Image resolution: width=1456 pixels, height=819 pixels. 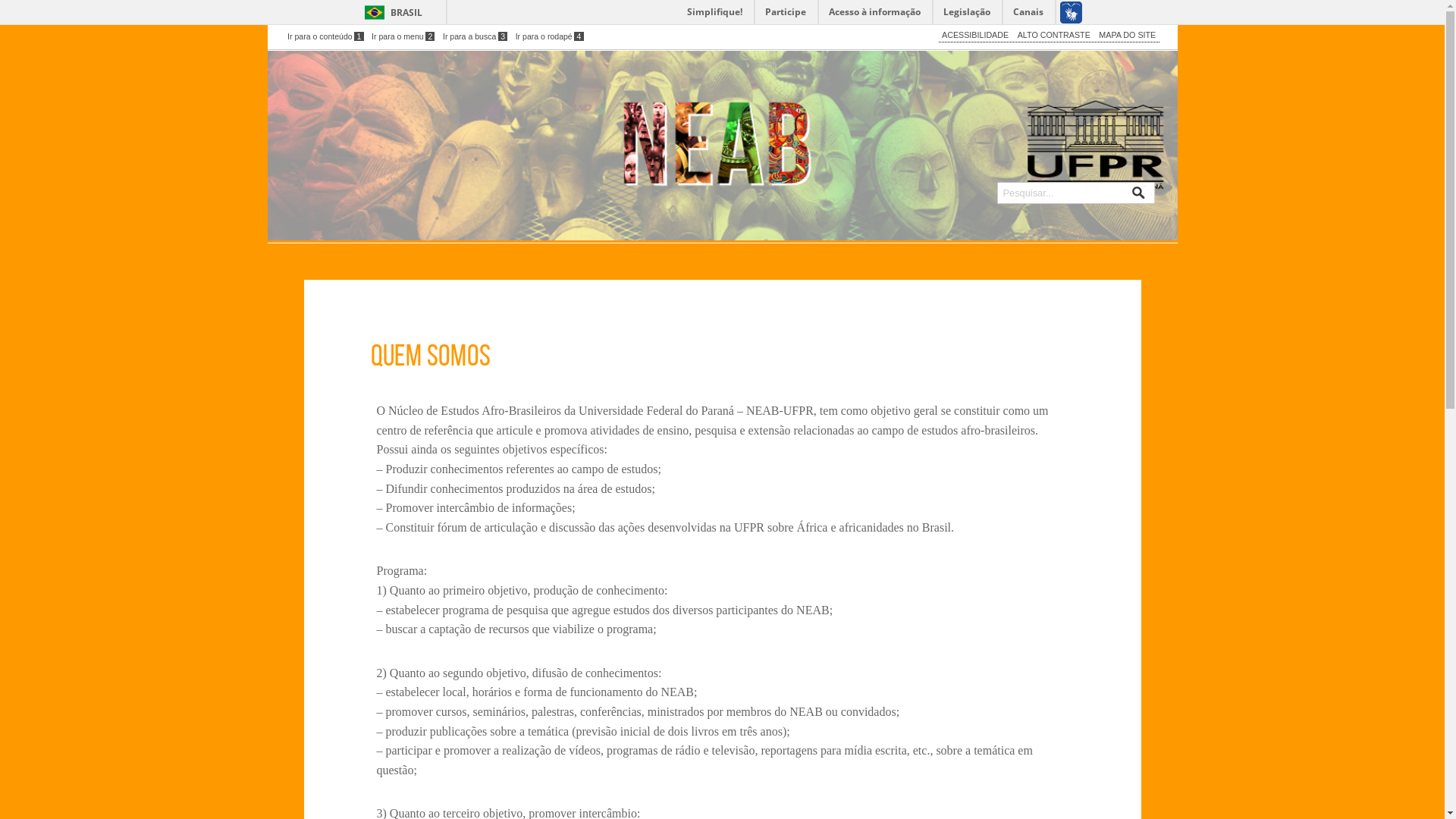 I want to click on 'MAPA DO SITE', so click(x=1127, y=34).